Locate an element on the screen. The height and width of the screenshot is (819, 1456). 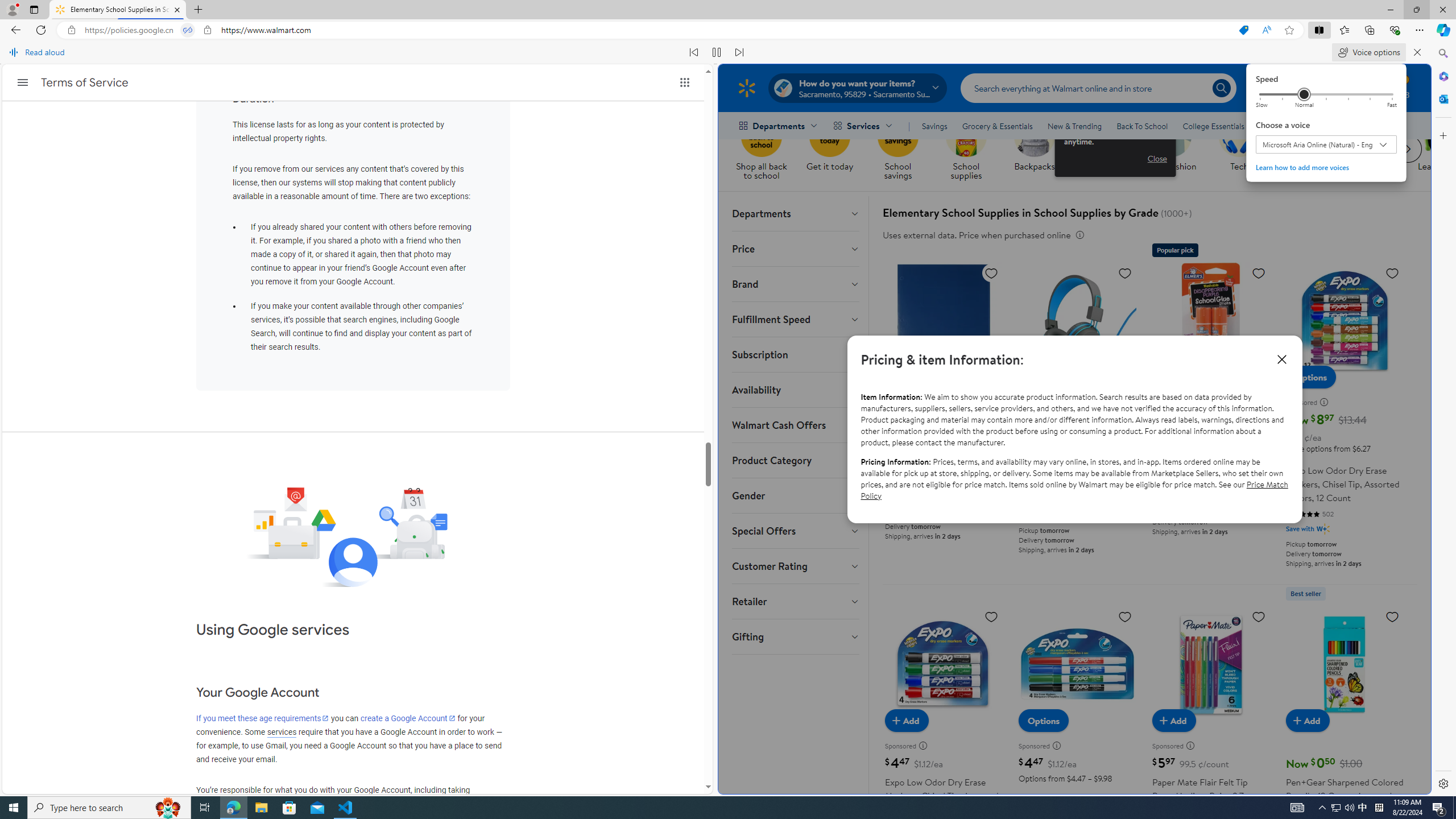
'Search highlights icon opens search home window' is located at coordinates (167, 806).